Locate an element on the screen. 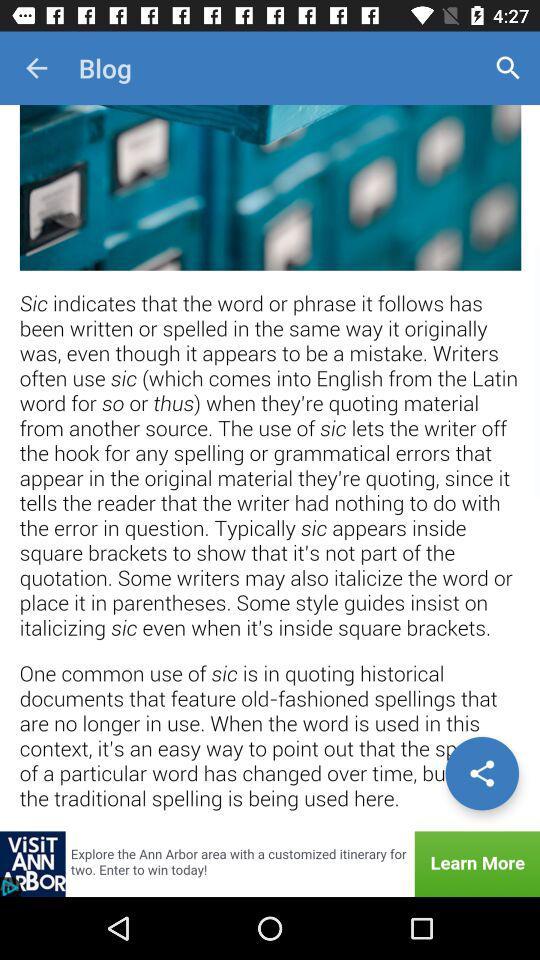 This screenshot has width=540, height=960. the share icon is located at coordinates (481, 772).